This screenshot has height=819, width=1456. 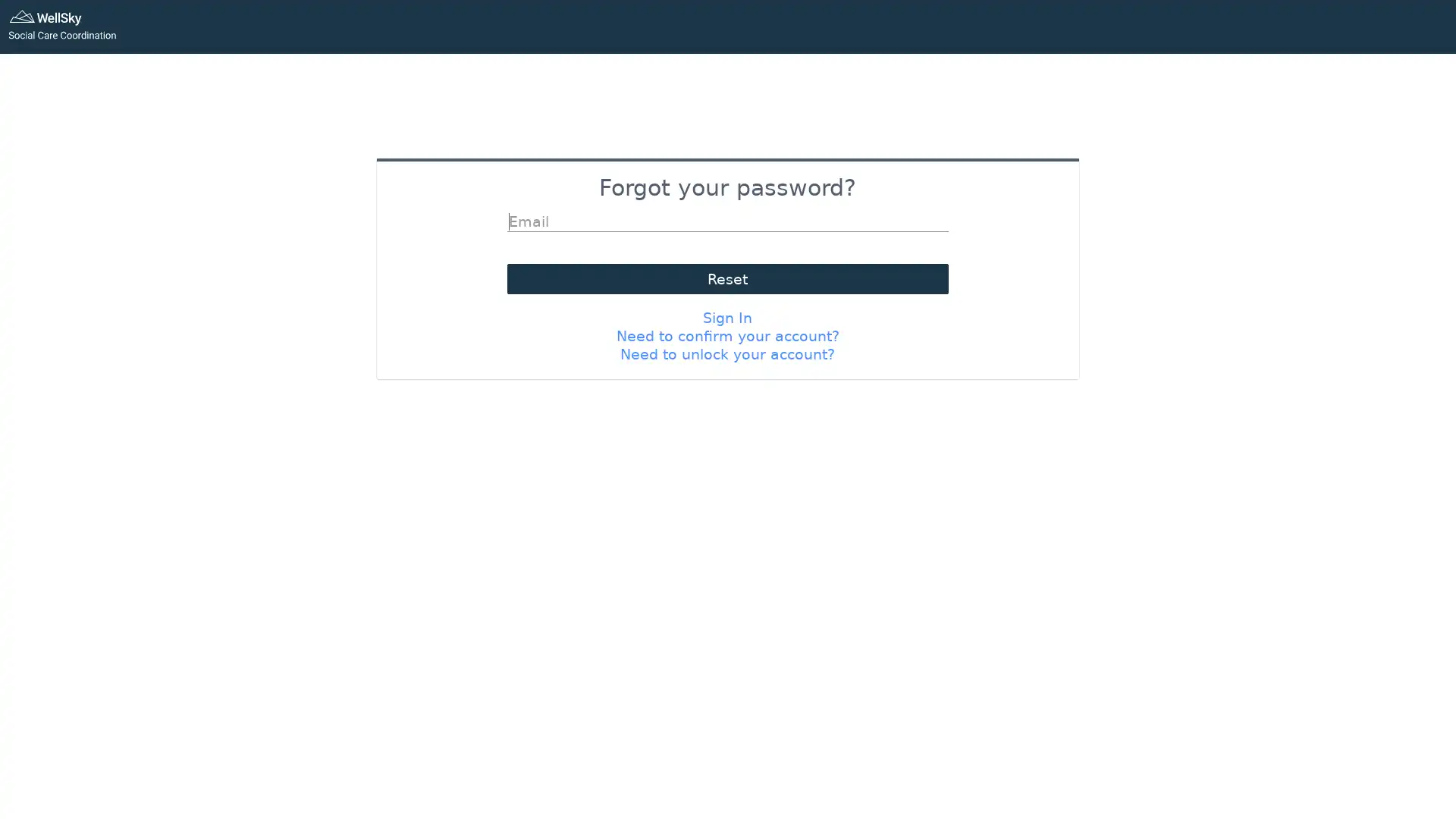 What do you see at coordinates (726, 278) in the screenshot?
I see `Reset` at bounding box center [726, 278].